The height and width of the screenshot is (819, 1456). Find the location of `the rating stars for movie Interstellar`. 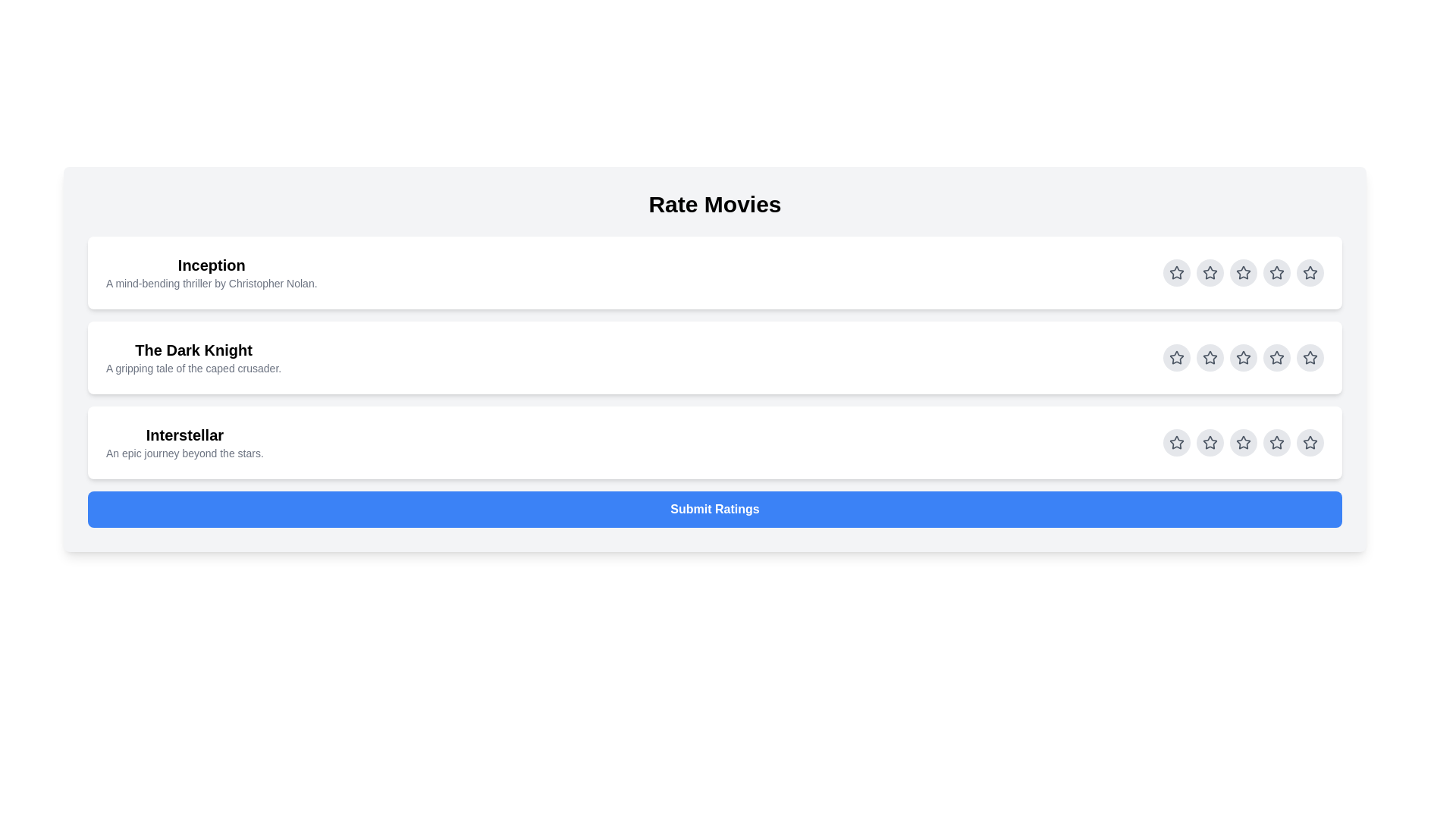

the rating stars for movie Interstellar is located at coordinates (1175, 442).